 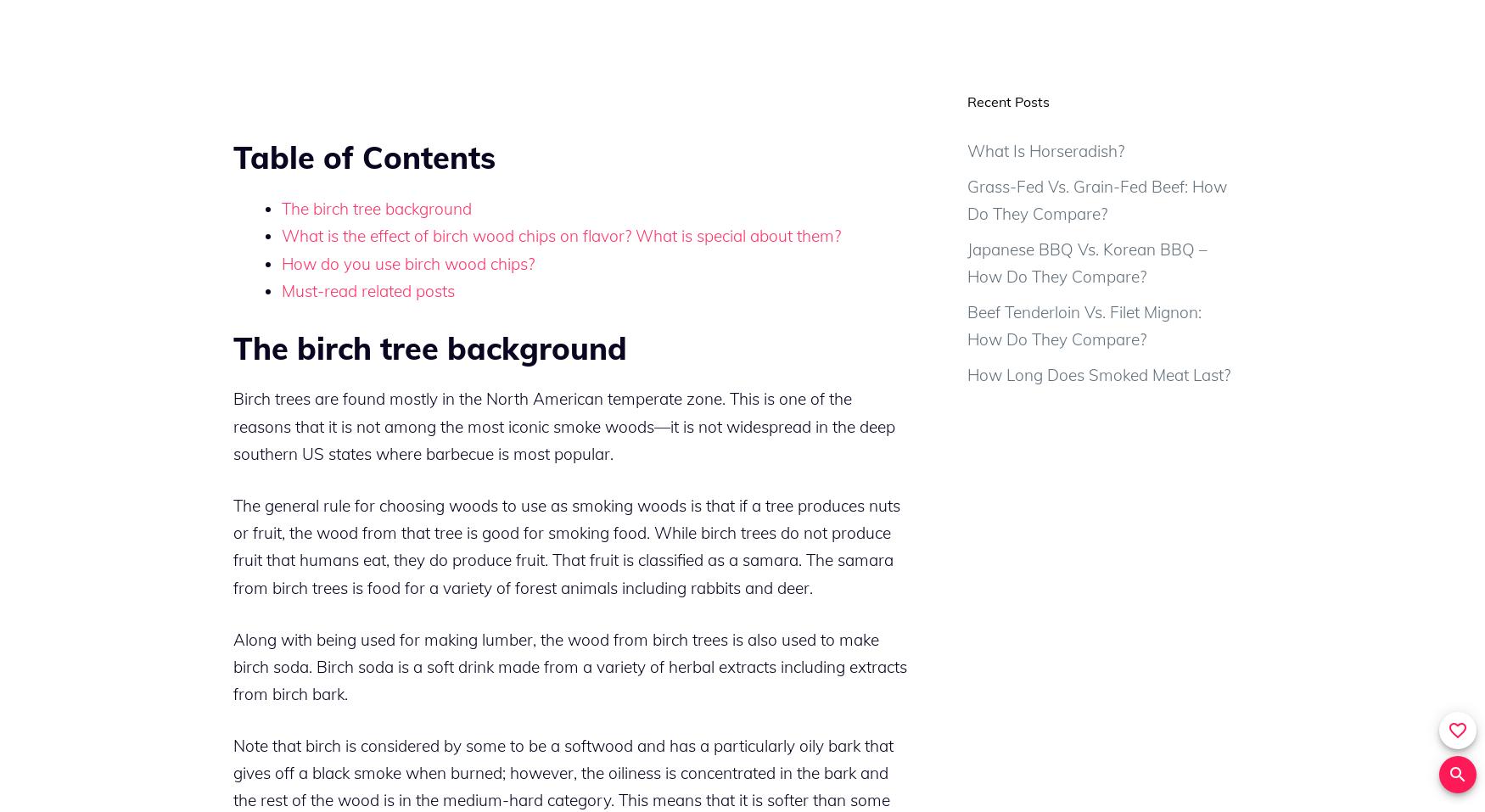 What do you see at coordinates (563, 426) in the screenshot?
I see `'Birch trees are found mostly in the North American temperate zone. This is one of the reasons that it is not among the most iconic smoke woods—it is not widespread in the deep southern US states where barbecue is most popular.'` at bounding box center [563, 426].